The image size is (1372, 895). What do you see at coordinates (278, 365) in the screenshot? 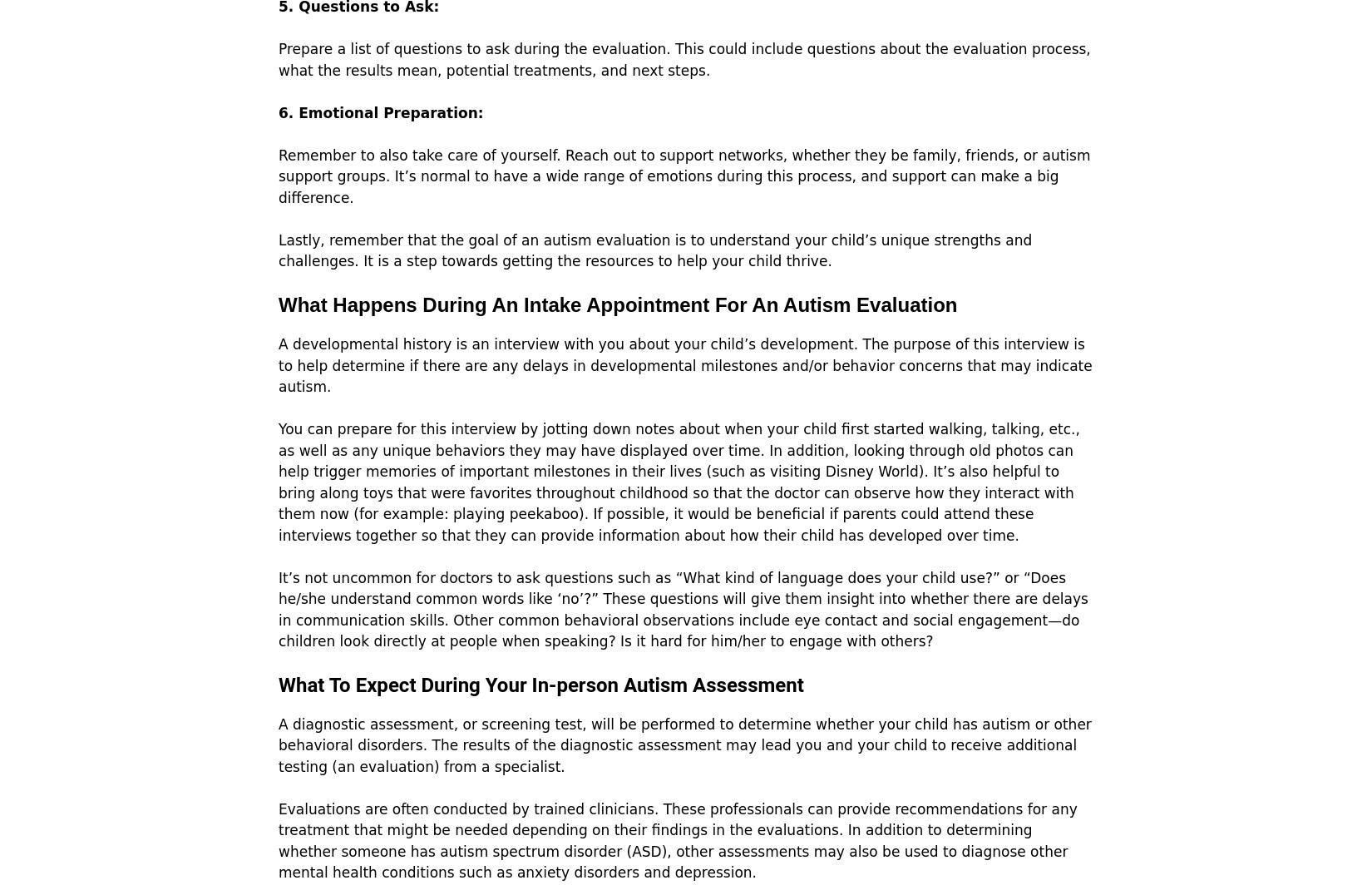
I see `'A developmental history is an interview with you about your child’s development. The purpose of this interview is to help determine if there are any delays in developmental milestones and/or behavior concerns that may indicate autism.'` at bounding box center [278, 365].